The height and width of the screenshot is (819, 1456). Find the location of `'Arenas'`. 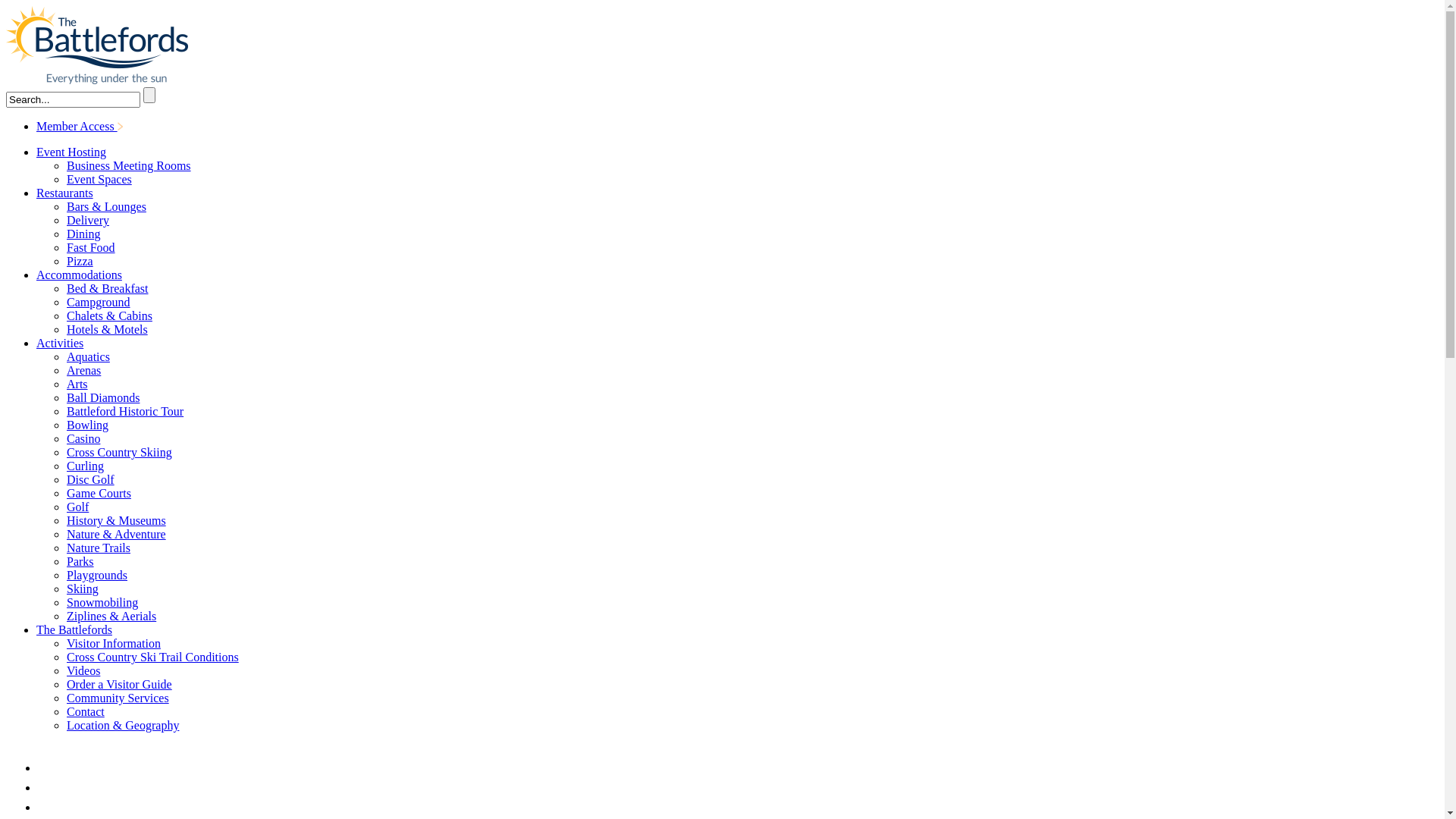

'Arenas' is located at coordinates (83, 370).